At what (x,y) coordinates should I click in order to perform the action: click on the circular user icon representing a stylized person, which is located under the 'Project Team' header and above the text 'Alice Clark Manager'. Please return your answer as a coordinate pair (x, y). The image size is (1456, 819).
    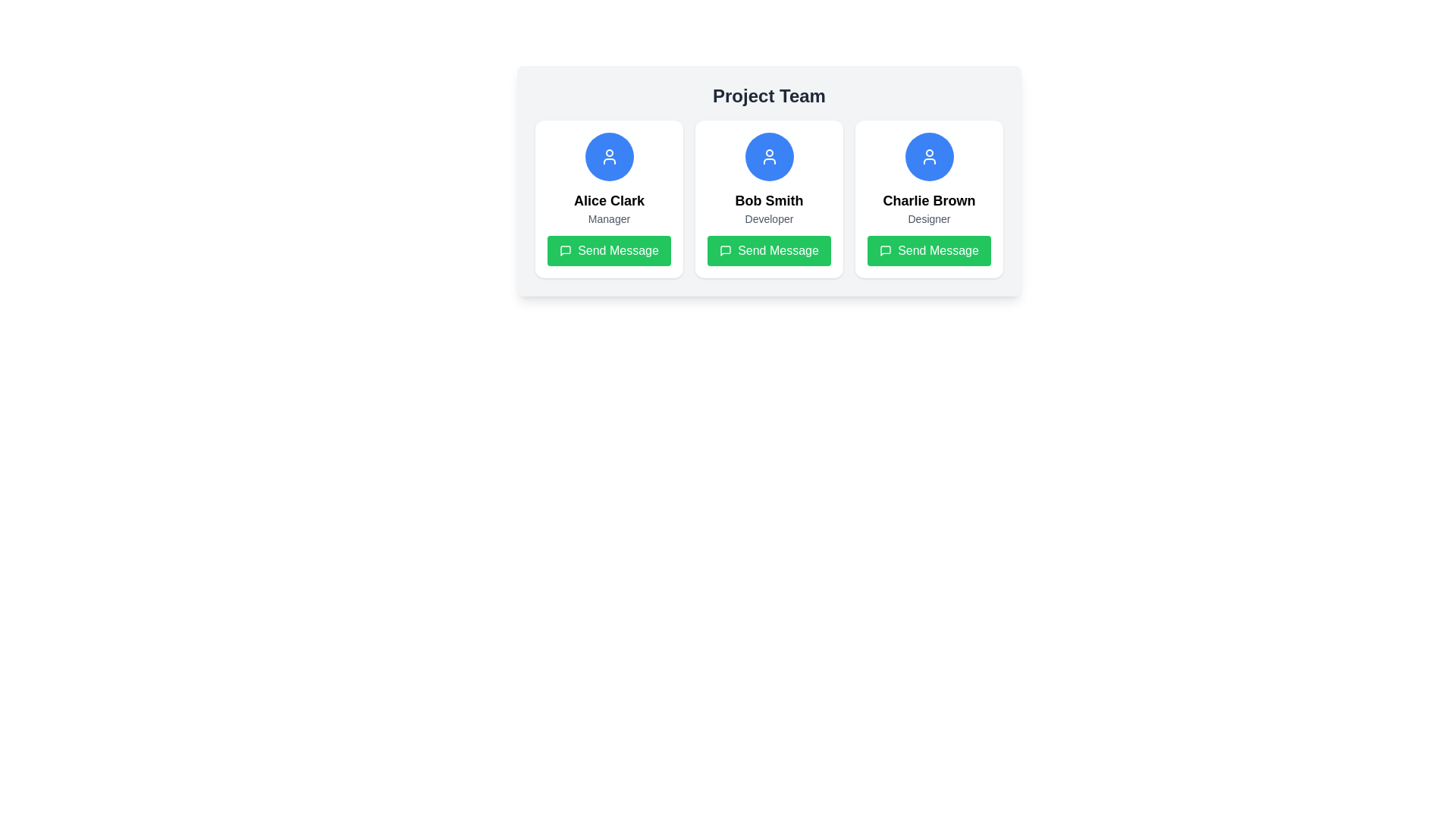
    Looking at the image, I should click on (609, 157).